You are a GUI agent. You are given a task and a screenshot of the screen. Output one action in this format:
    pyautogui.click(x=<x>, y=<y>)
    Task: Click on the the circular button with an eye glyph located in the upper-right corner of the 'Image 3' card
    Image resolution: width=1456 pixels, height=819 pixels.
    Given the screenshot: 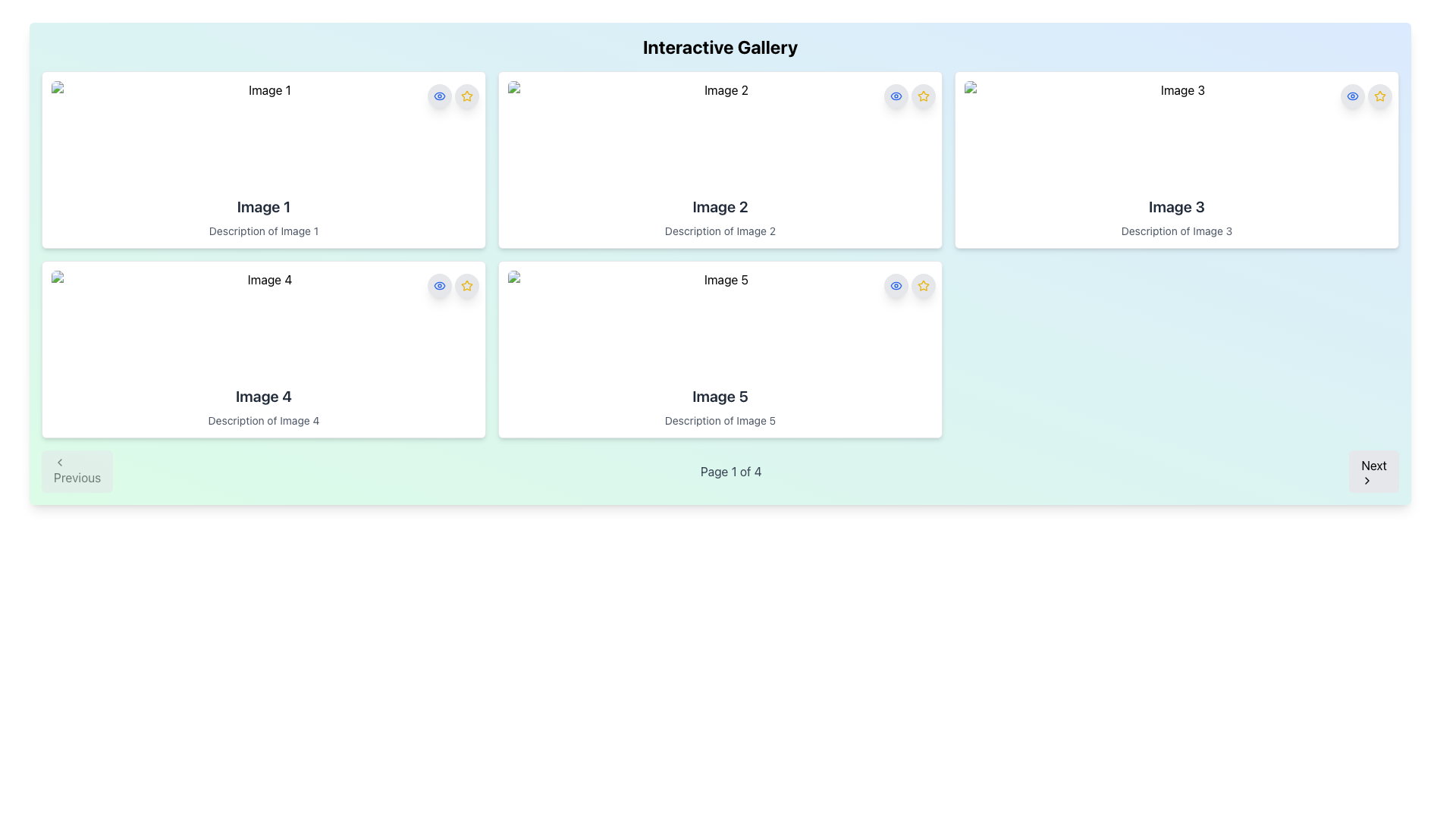 What is the action you would take?
    pyautogui.click(x=1353, y=96)
    